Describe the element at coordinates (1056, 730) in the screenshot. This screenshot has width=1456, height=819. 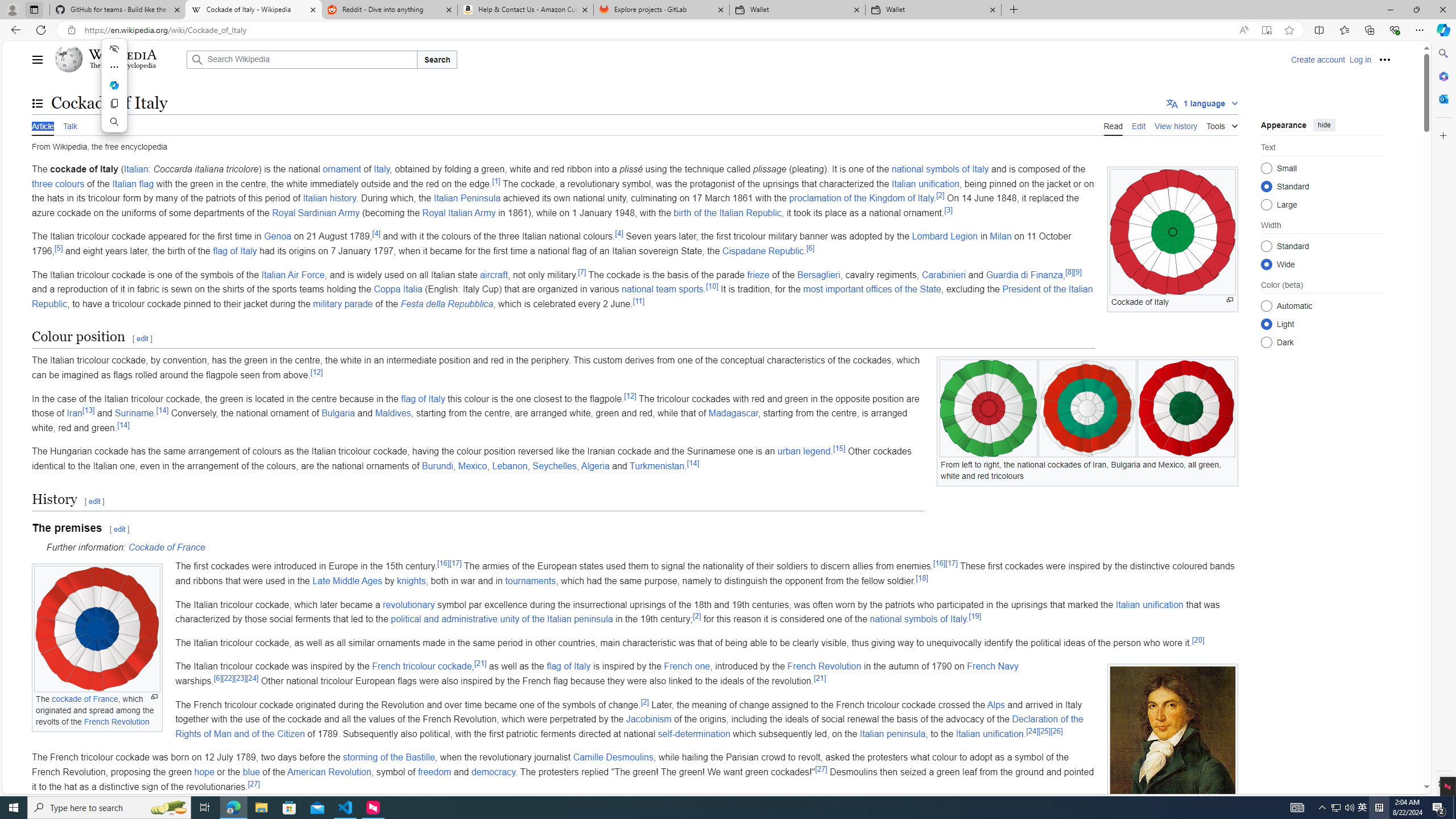
I see `'[26]'` at that location.